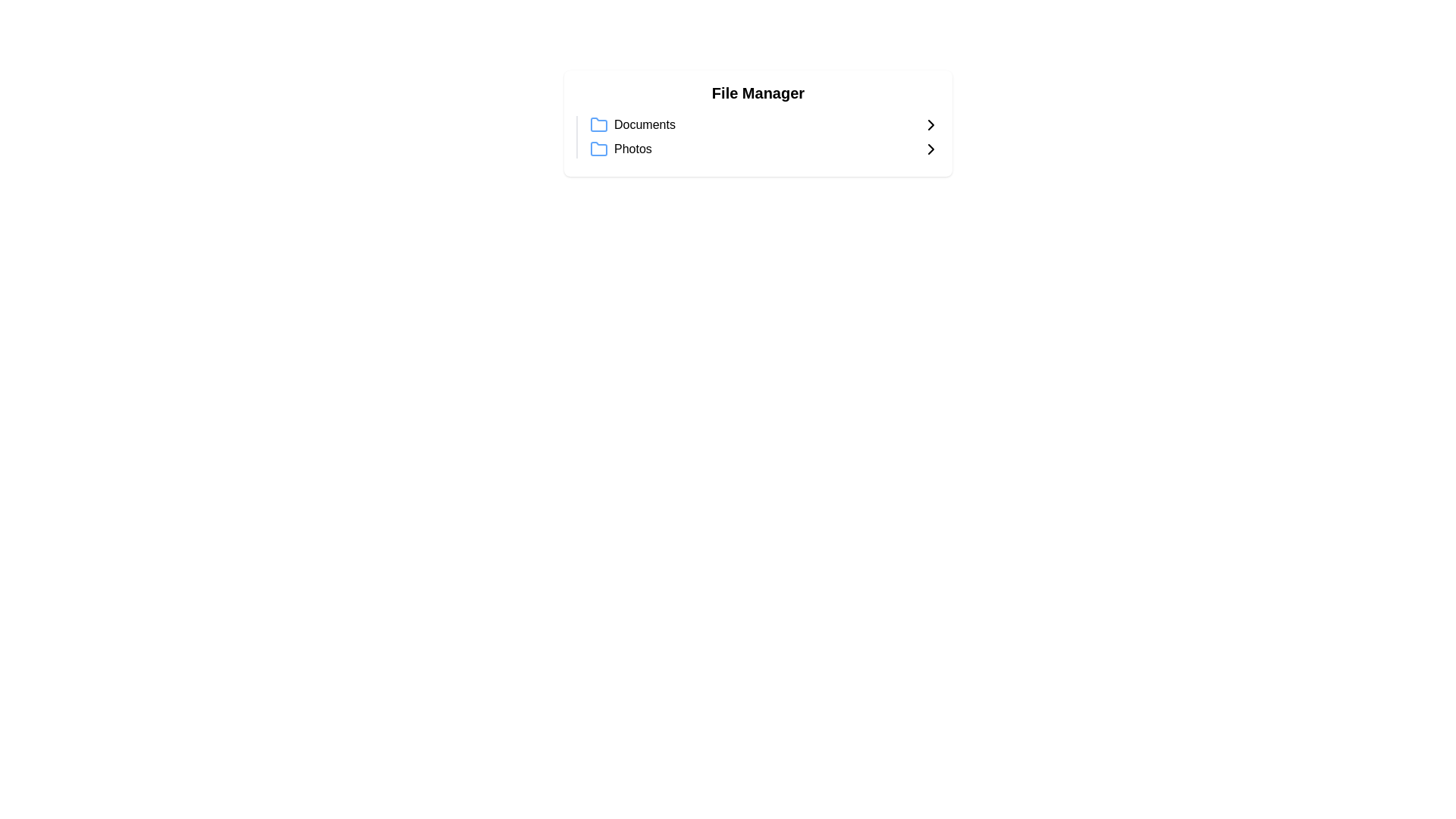  What do you see at coordinates (598, 149) in the screenshot?
I see `the blue folder icon located to the left of the 'Photos' label` at bounding box center [598, 149].